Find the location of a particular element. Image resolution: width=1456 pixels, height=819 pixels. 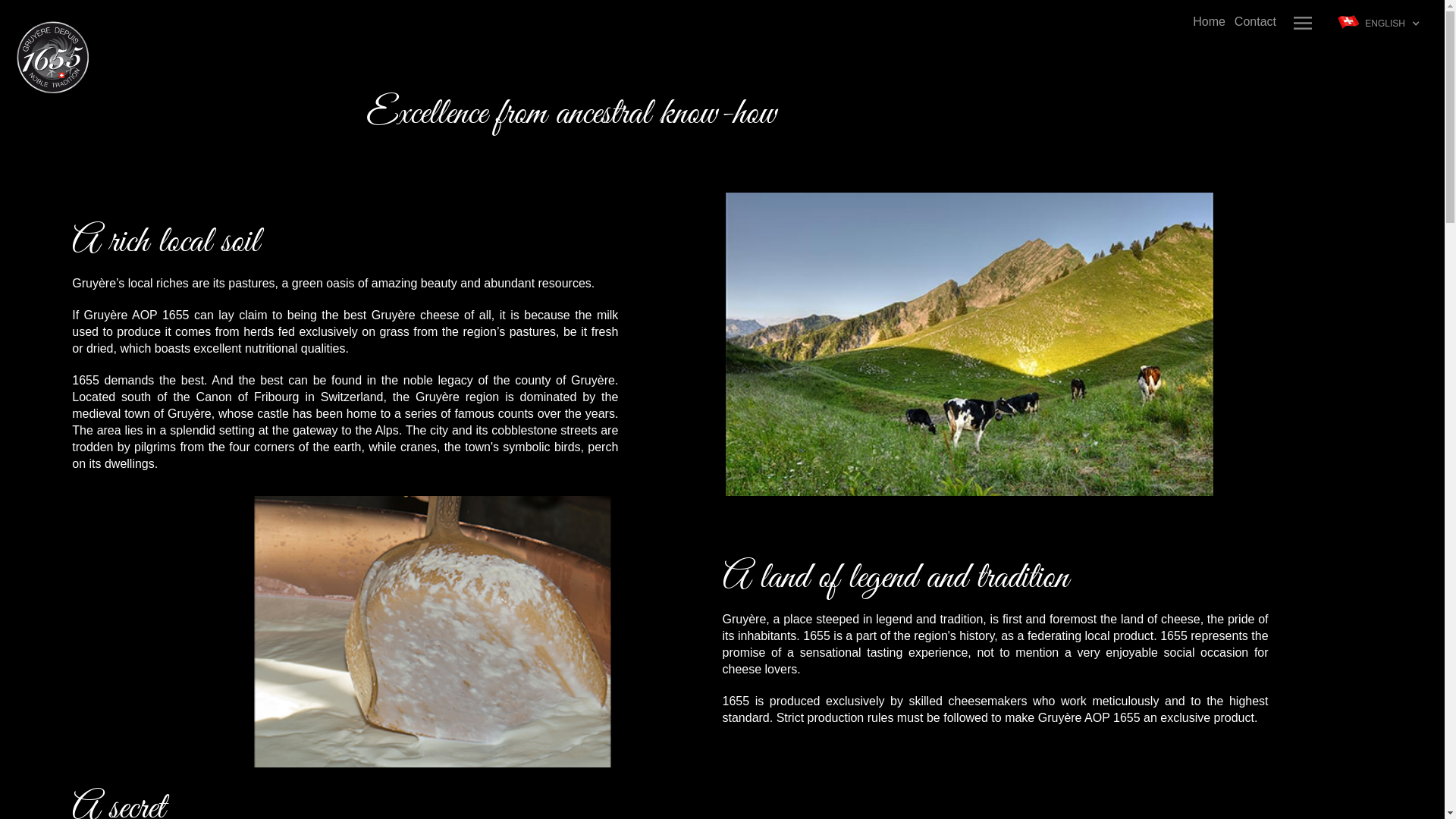

'Home' is located at coordinates (1192, 22).